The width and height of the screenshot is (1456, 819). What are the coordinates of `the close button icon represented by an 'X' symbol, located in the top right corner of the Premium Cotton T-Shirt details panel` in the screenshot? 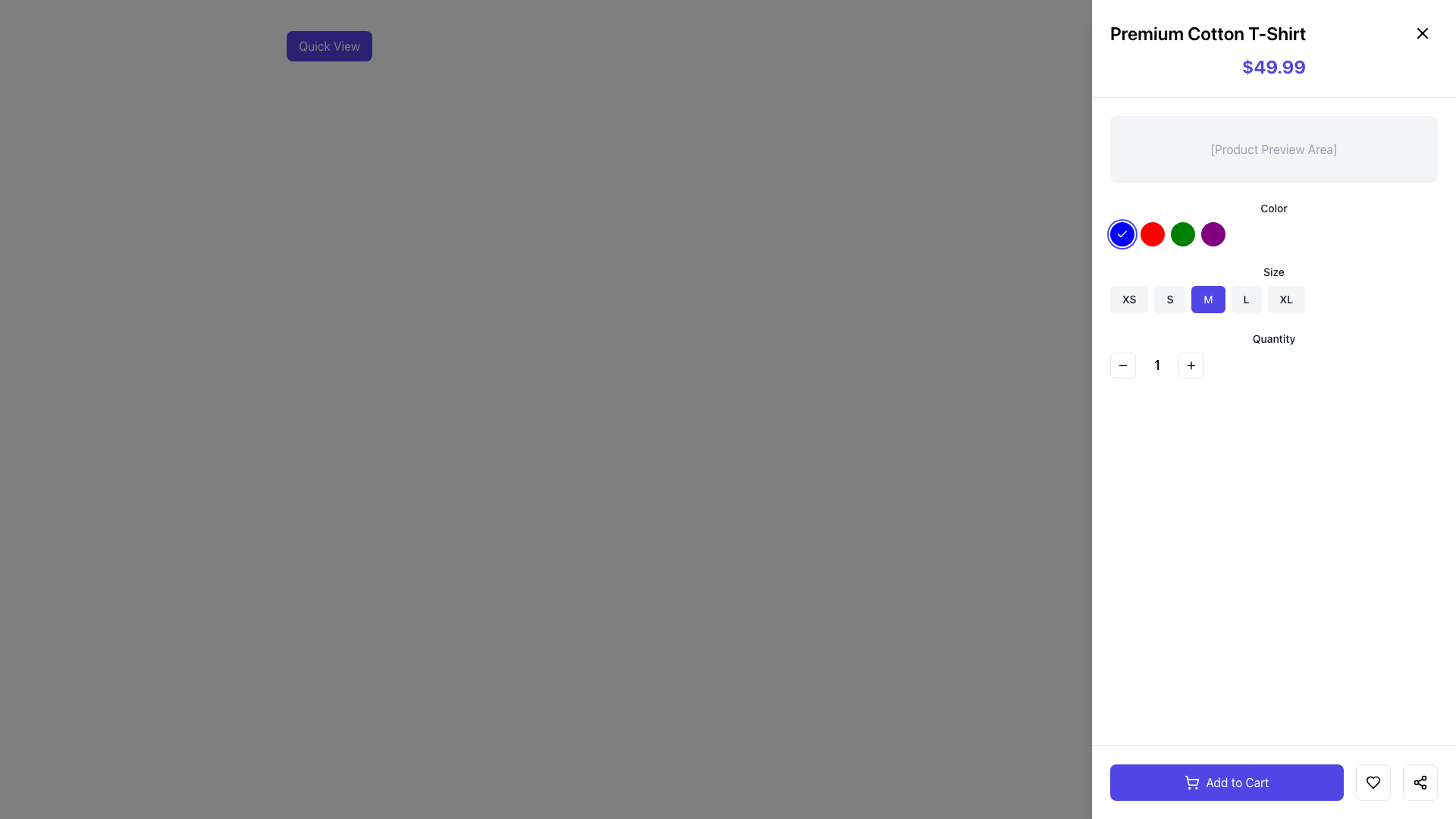 It's located at (1422, 33).